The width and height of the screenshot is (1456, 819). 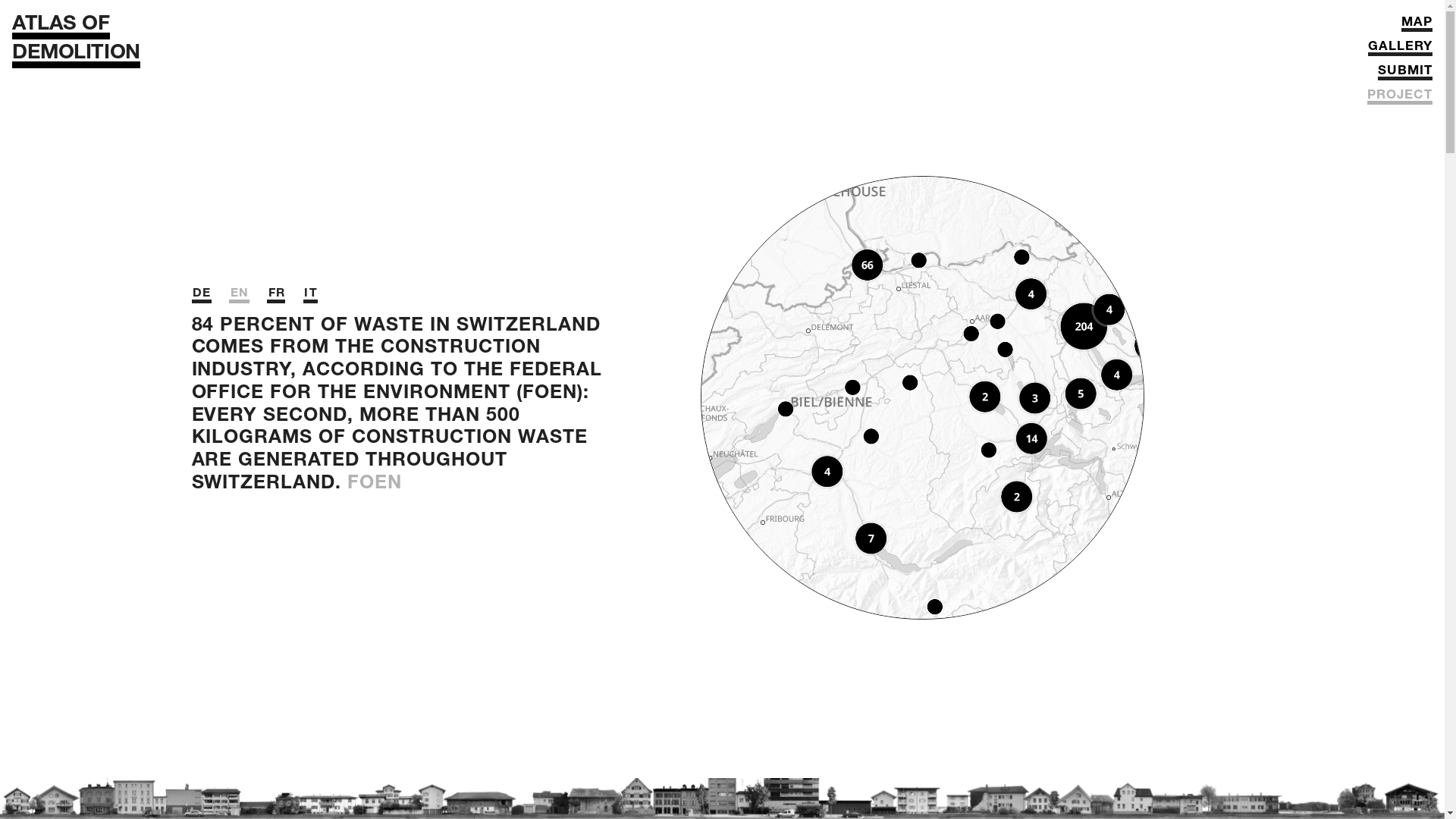 I want to click on 'FOEN', so click(x=346, y=484).